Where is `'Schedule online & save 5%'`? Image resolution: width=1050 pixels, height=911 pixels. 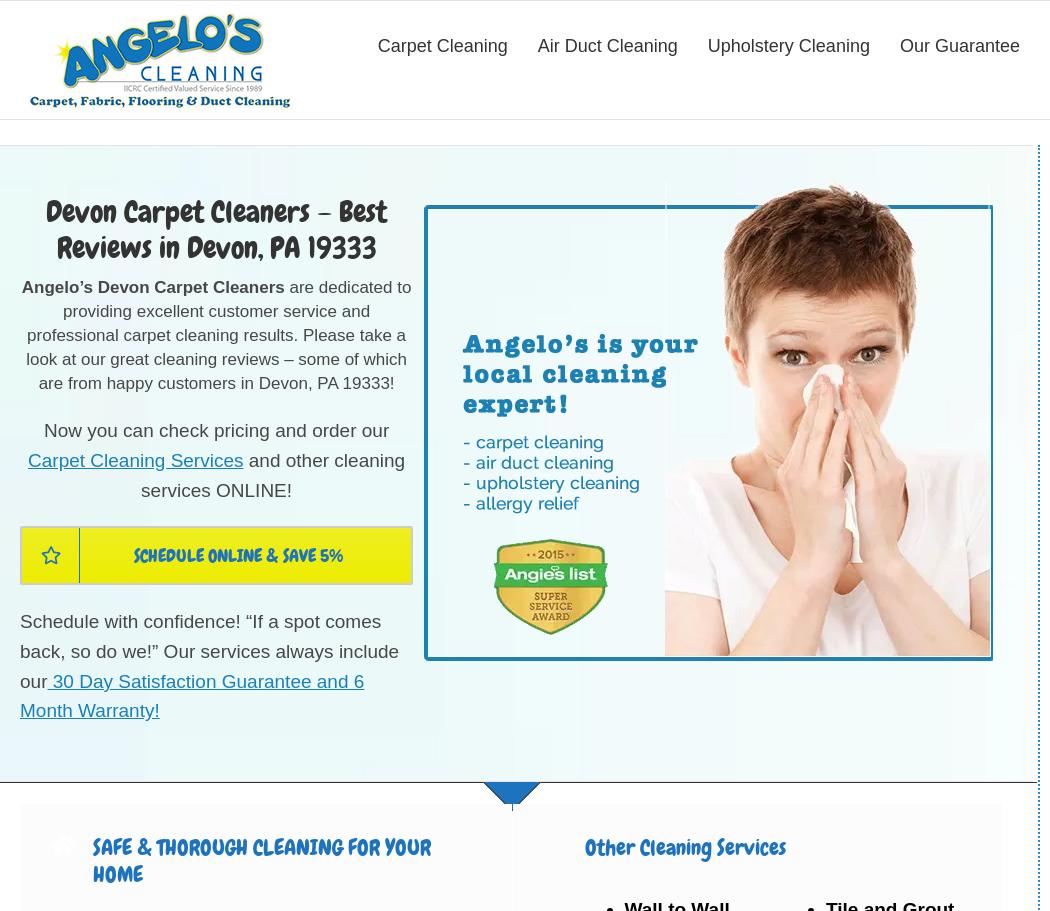 'Schedule online & save 5%' is located at coordinates (132, 553).